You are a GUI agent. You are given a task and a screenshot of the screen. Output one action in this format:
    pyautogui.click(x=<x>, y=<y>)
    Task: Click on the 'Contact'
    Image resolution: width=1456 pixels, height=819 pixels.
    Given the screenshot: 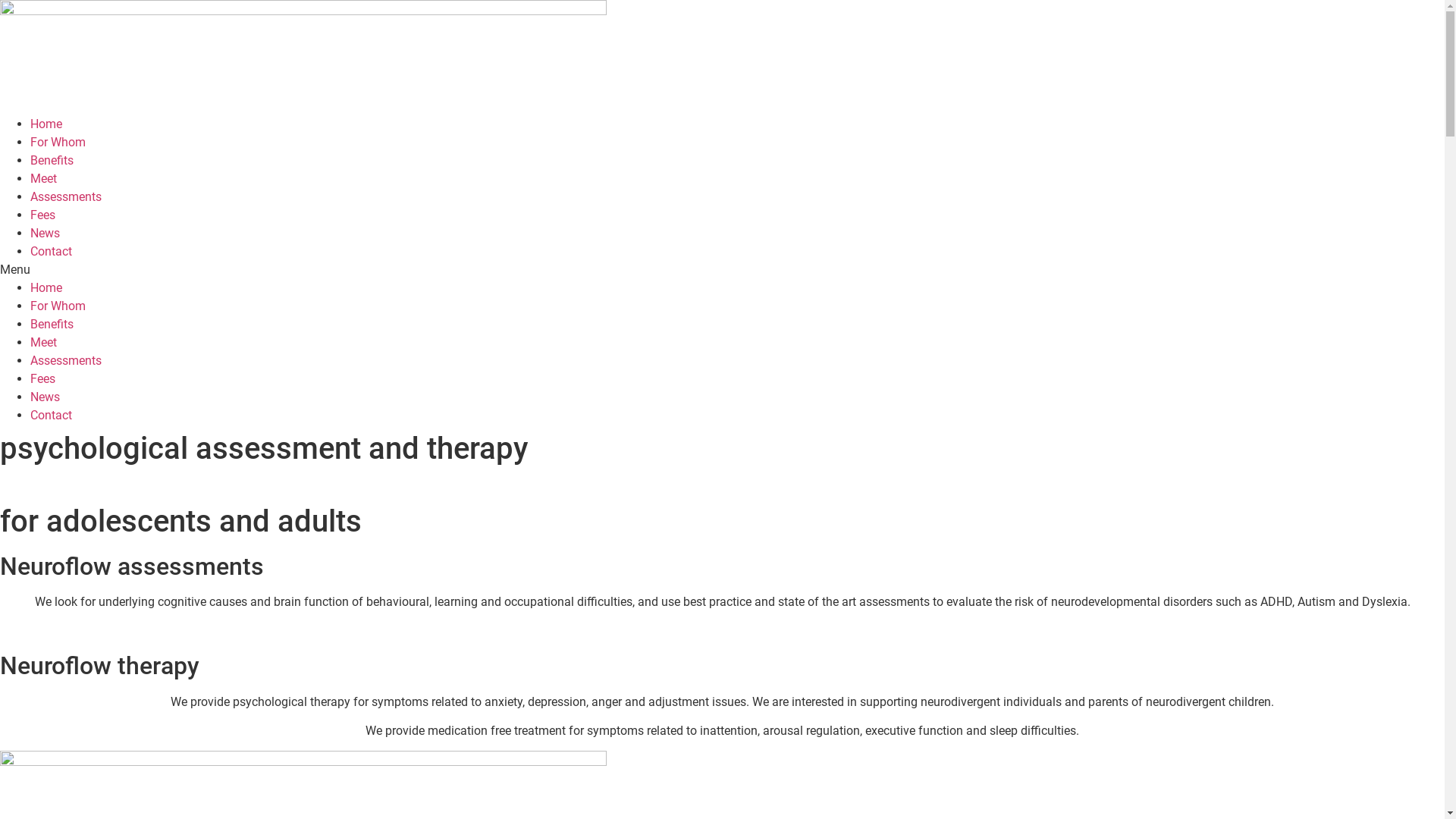 What is the action you would take?
    pyautogui.click(x=51, y=250)
    